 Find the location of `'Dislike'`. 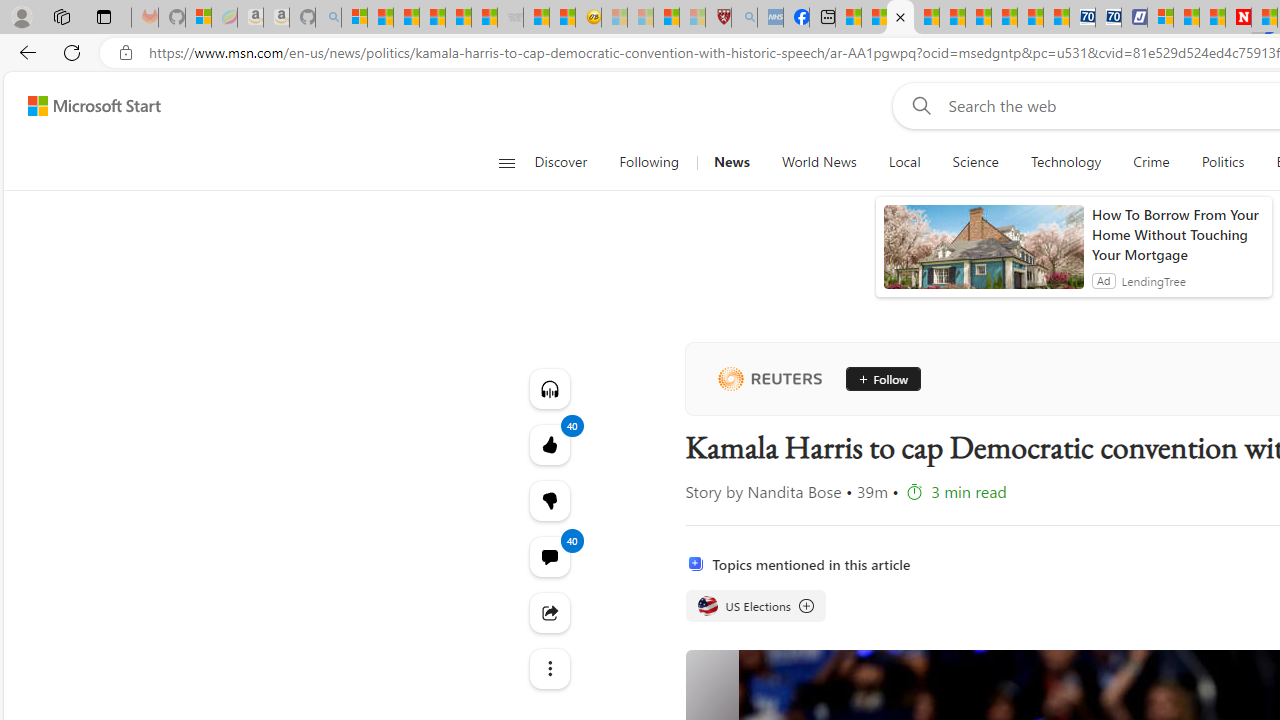

'Dislike' is located at coordinates (549, 500).